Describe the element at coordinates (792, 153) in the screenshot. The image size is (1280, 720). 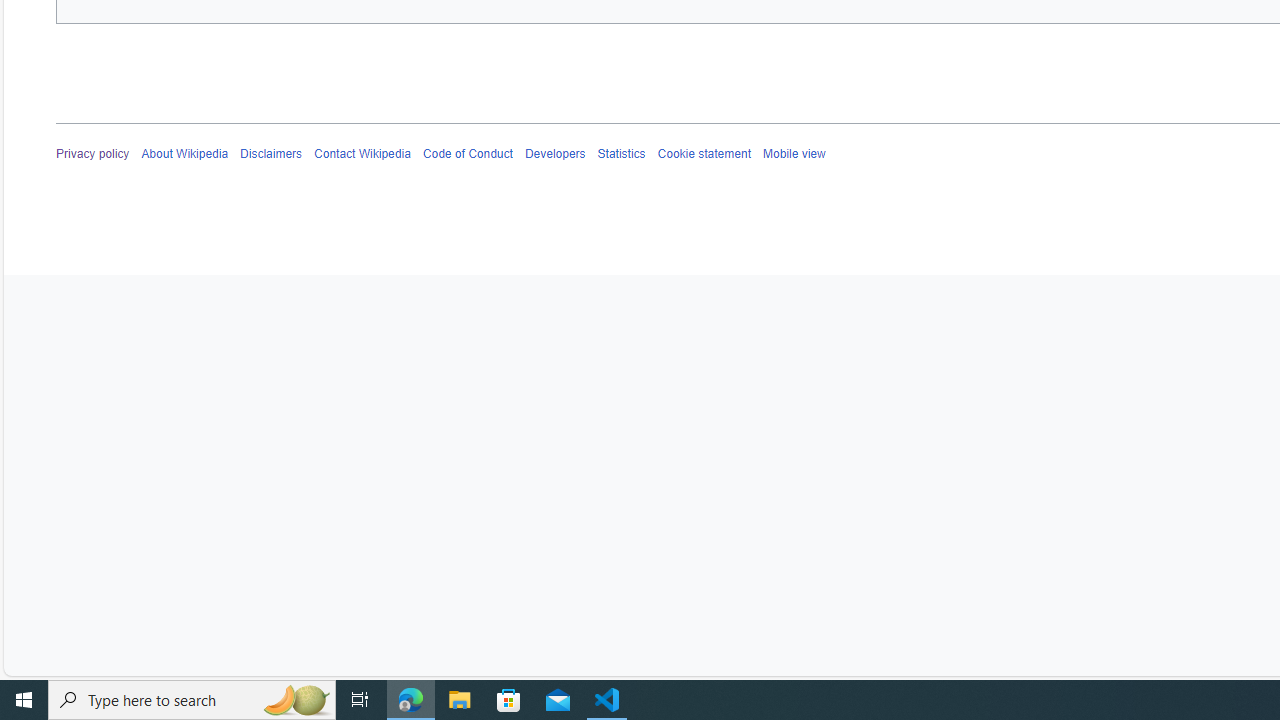
I see `'Mobile view'` at that location.